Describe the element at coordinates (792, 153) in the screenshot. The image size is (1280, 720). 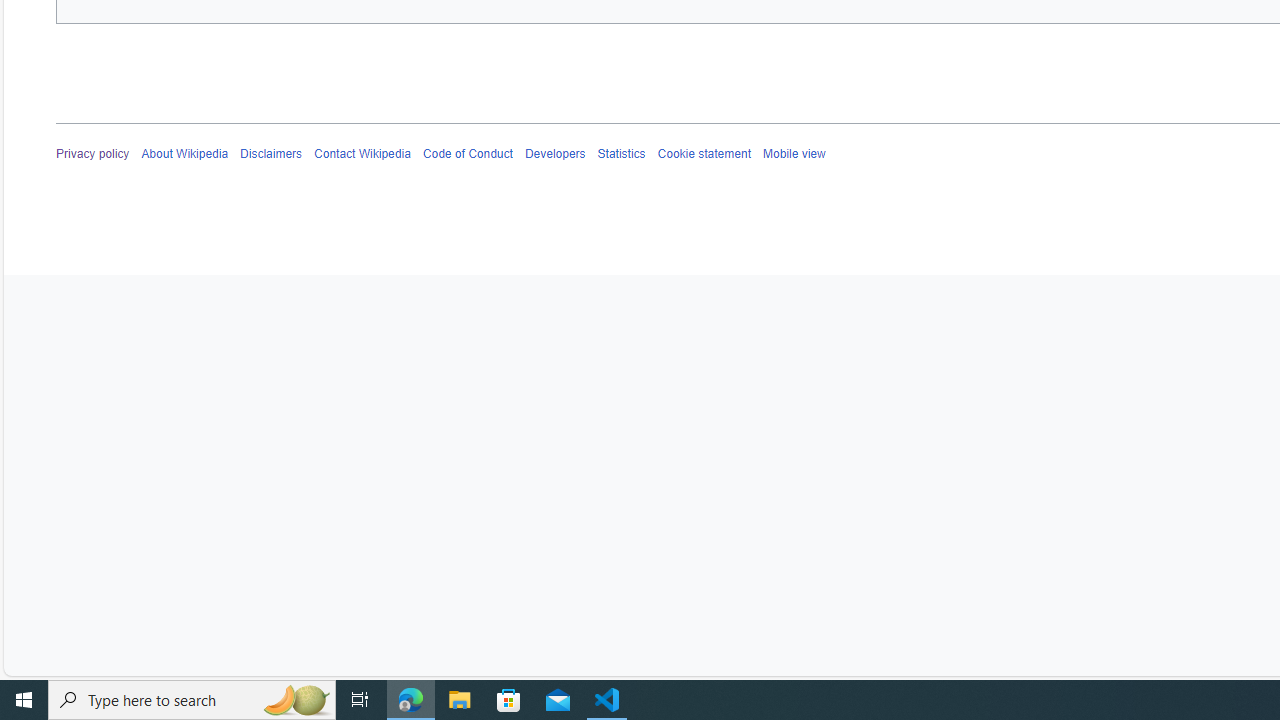
I see `'Mobile view'` at that location.